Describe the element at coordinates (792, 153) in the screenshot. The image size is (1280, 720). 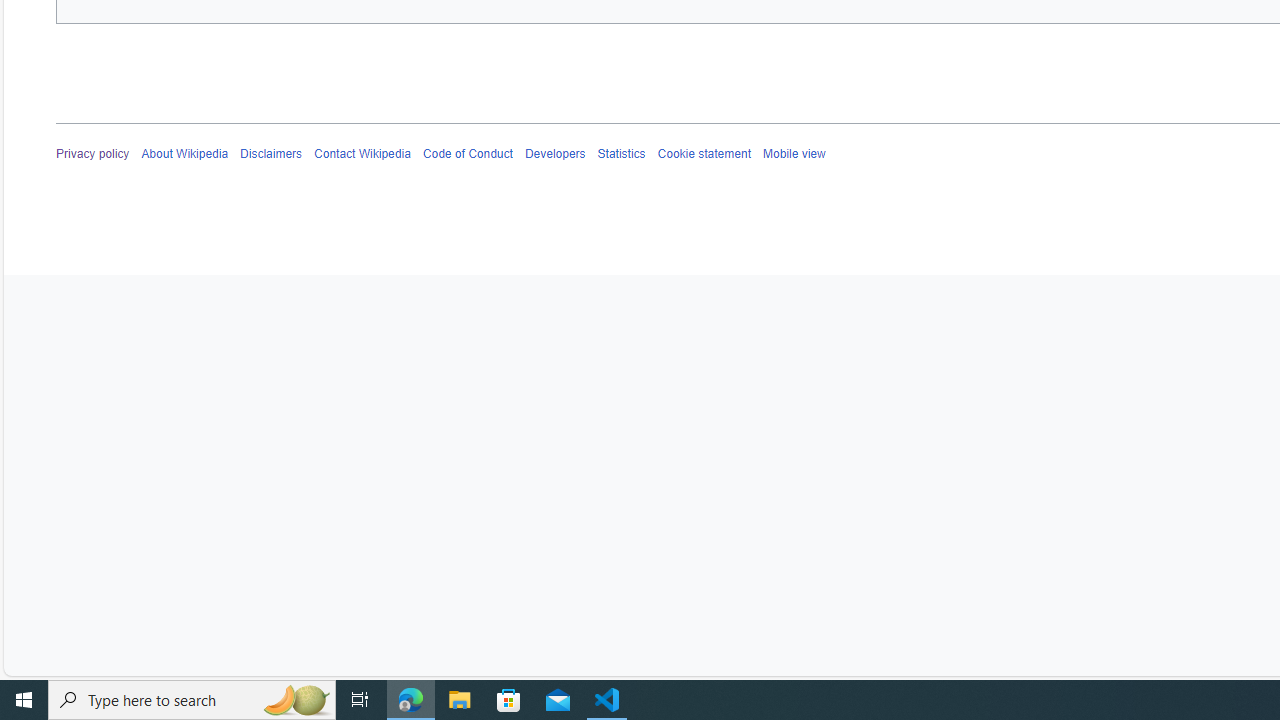
I see `'Mobile view'` at that location.